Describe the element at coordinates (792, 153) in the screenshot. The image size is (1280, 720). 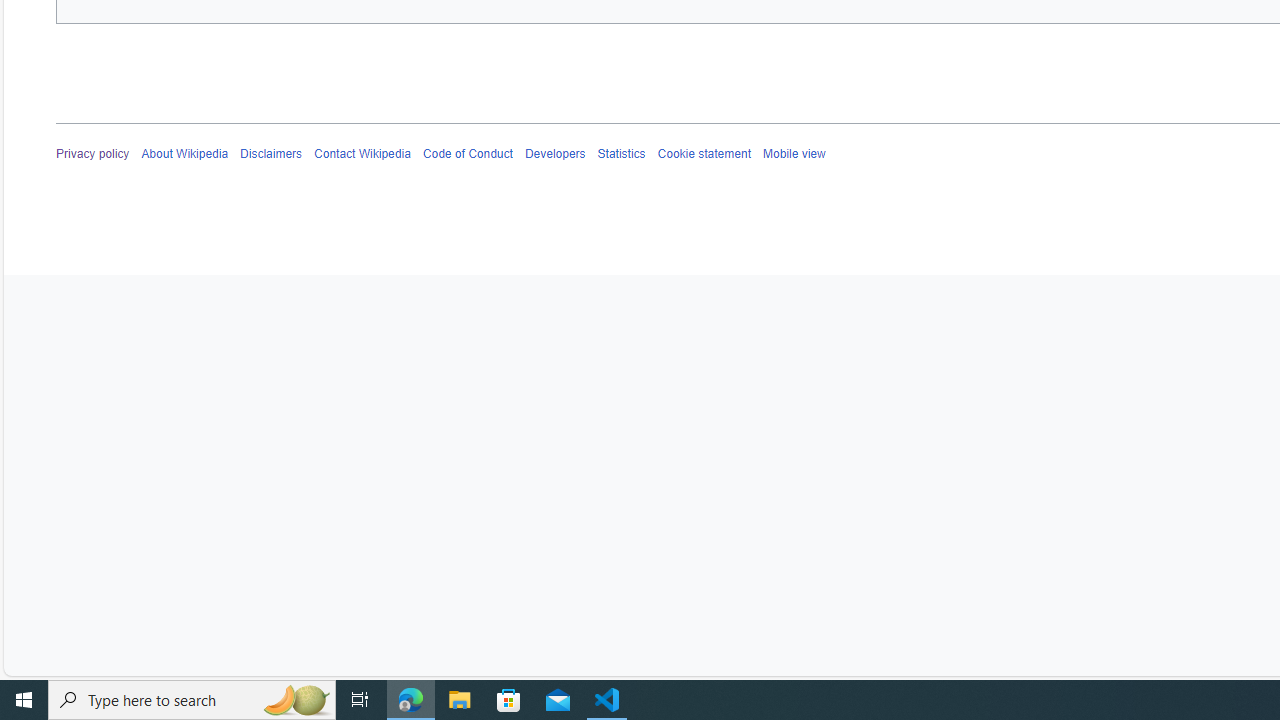
I see `'Mobile view'` at that location.